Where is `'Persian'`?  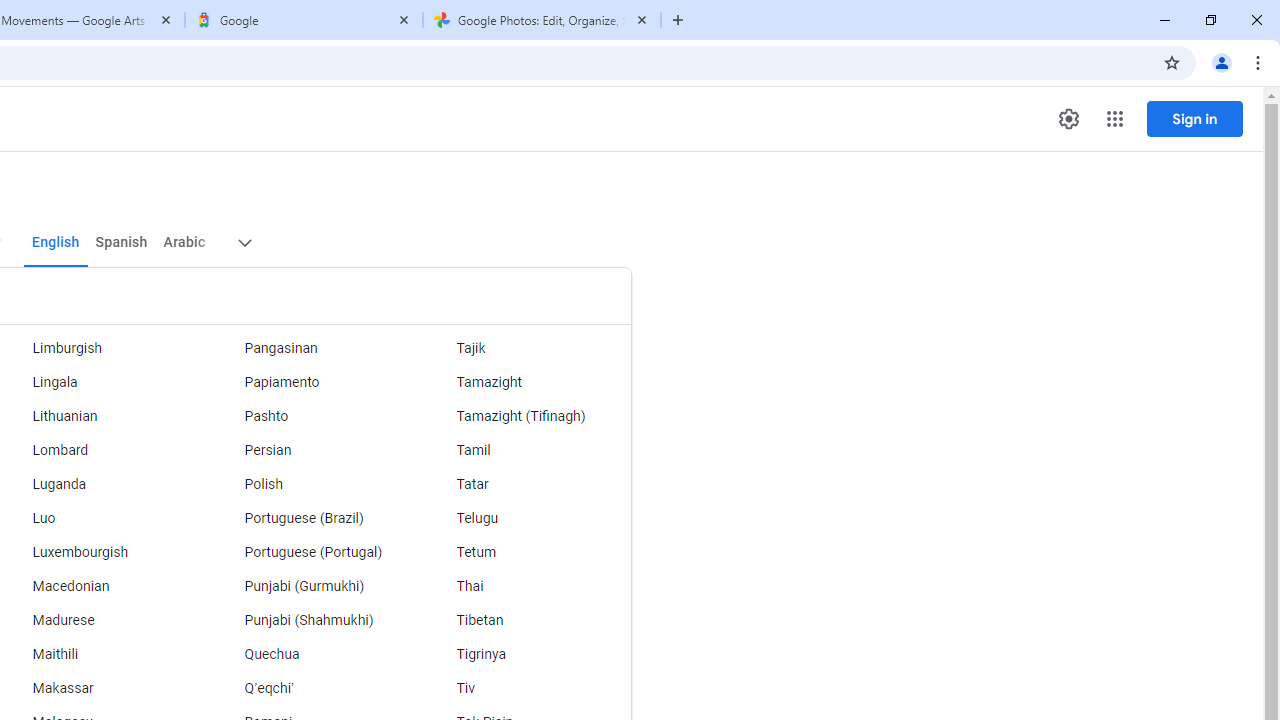 'Persian' is located at coordinates (311, 451).